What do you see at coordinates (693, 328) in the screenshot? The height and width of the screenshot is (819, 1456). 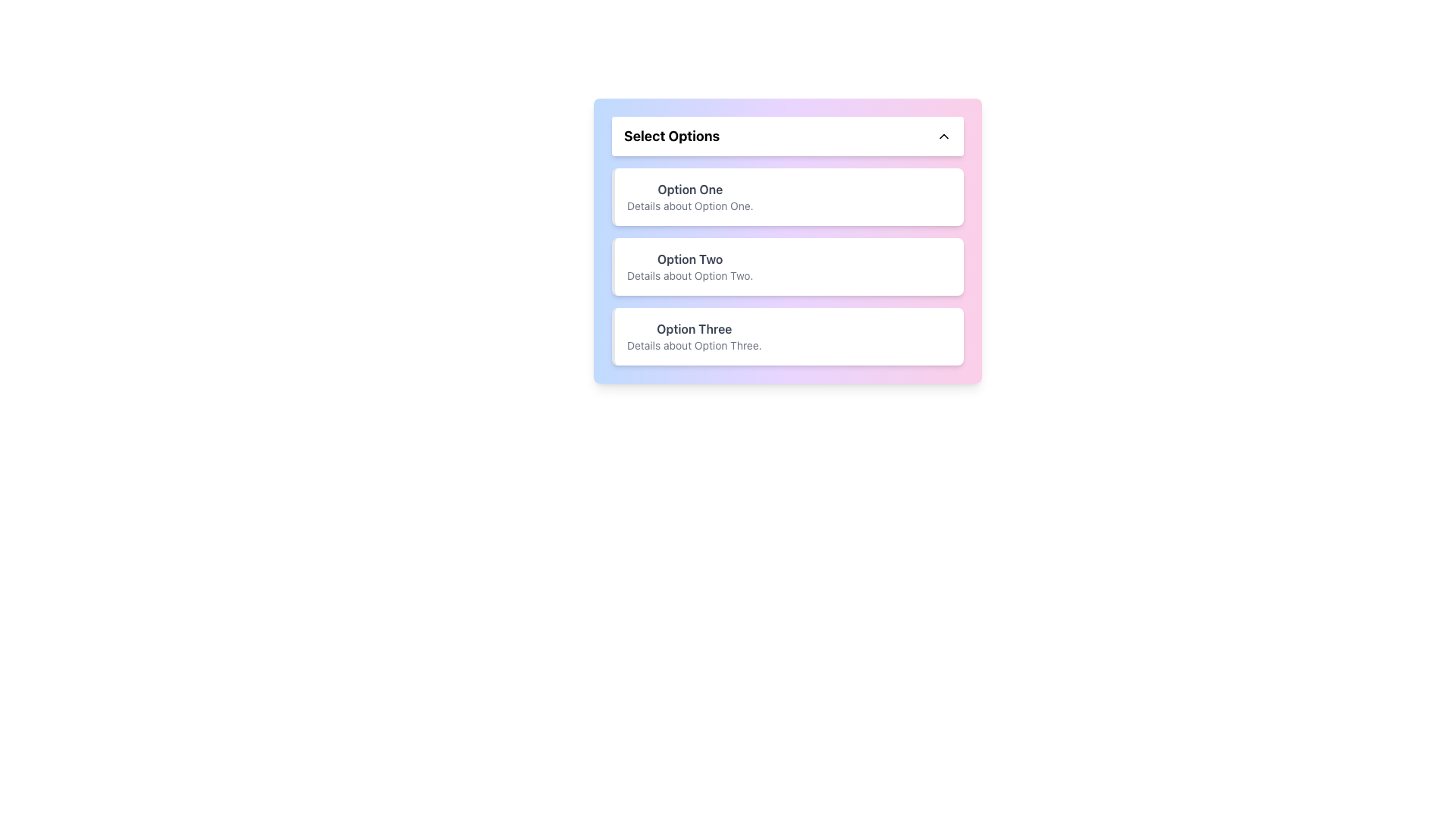 I see `the 'Option Three' text label, which is styled with bold dark gray text and located at the bottom of the third item in a vertical list of options` at bounding box center [693, 328].